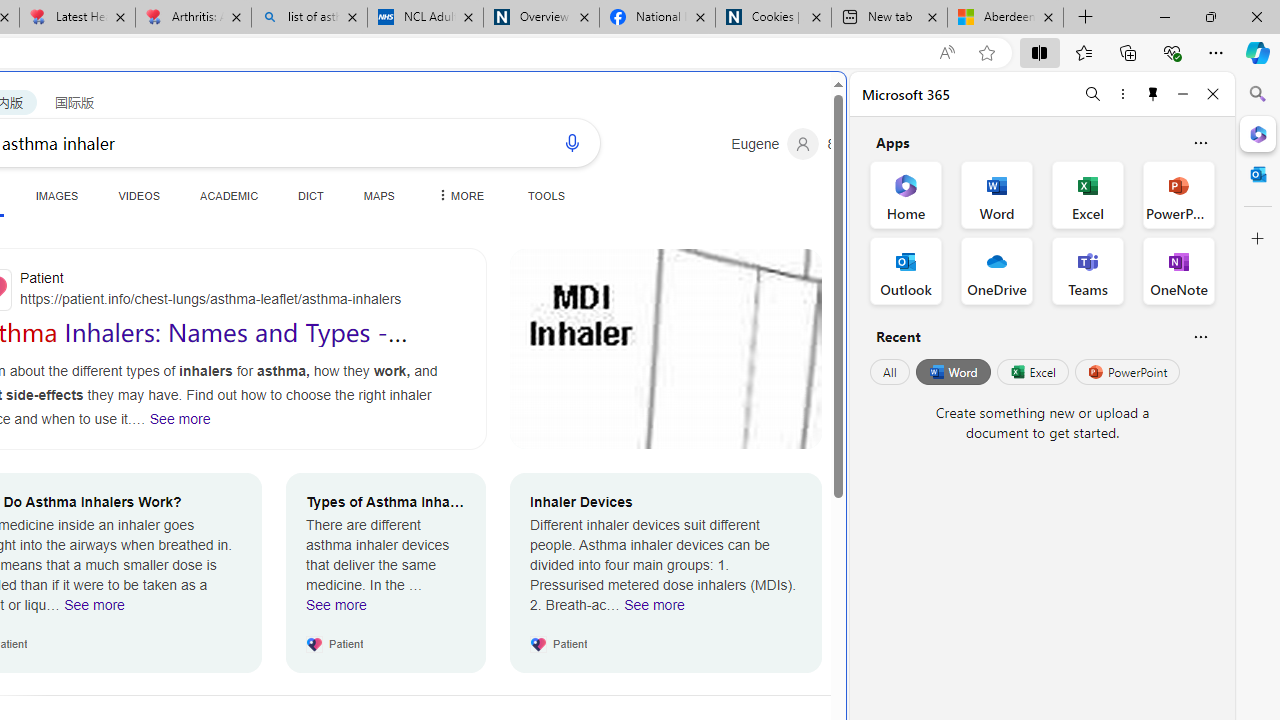 The image size is (1280, 720). I want to click on 'Word Office App', so click(997, 195).